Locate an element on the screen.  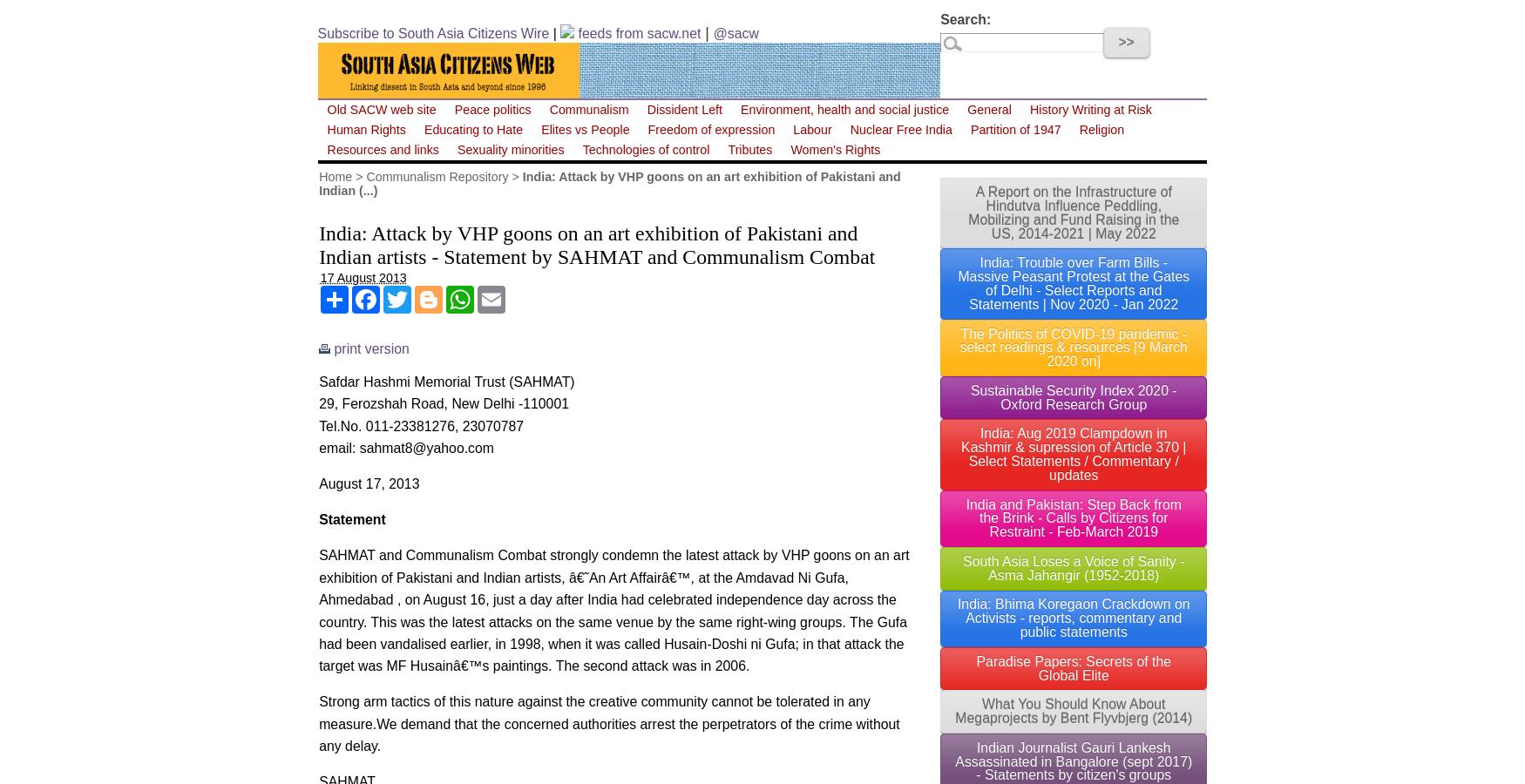
'A Report on the Infrastructure of Hindutva Influence Peddling, Mobilizing and Fund Raising in the US, 2014-2021 | May 2022' is located at coordinates (1074, 211).